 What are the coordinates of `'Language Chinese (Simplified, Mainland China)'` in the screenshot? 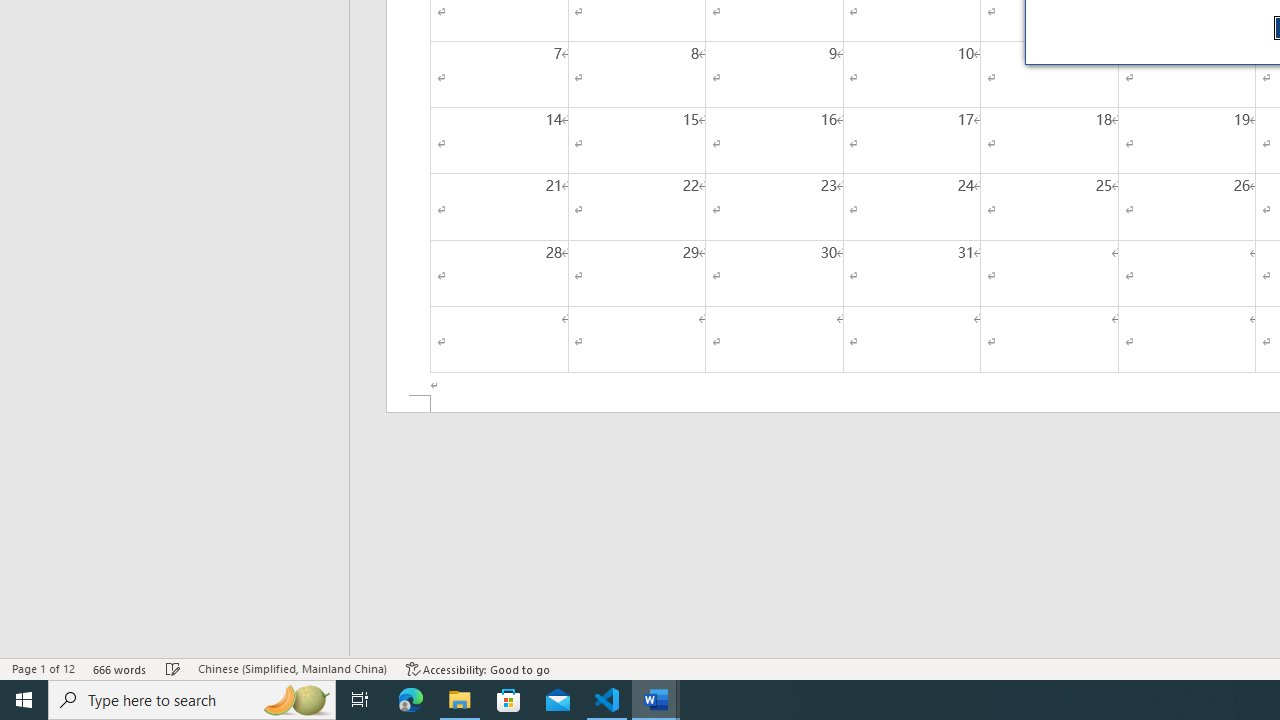 It's located at (291, 669).